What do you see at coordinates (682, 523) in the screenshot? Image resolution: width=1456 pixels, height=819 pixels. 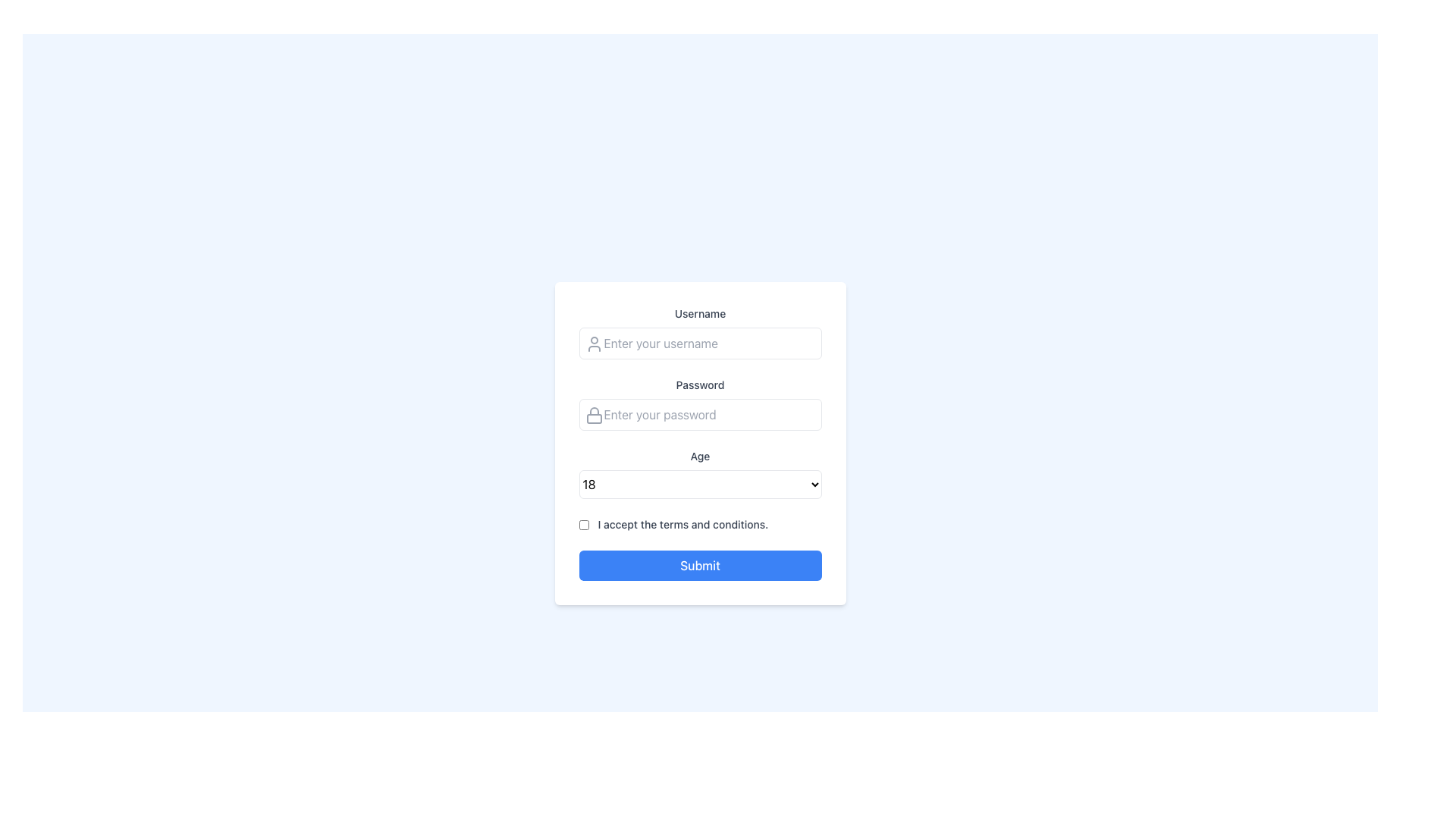 I see `the text label that reads 'I accept the terms and conditions.' which is located at the bottom of the form, next to a checkbox` at bounding box center [682, 523].